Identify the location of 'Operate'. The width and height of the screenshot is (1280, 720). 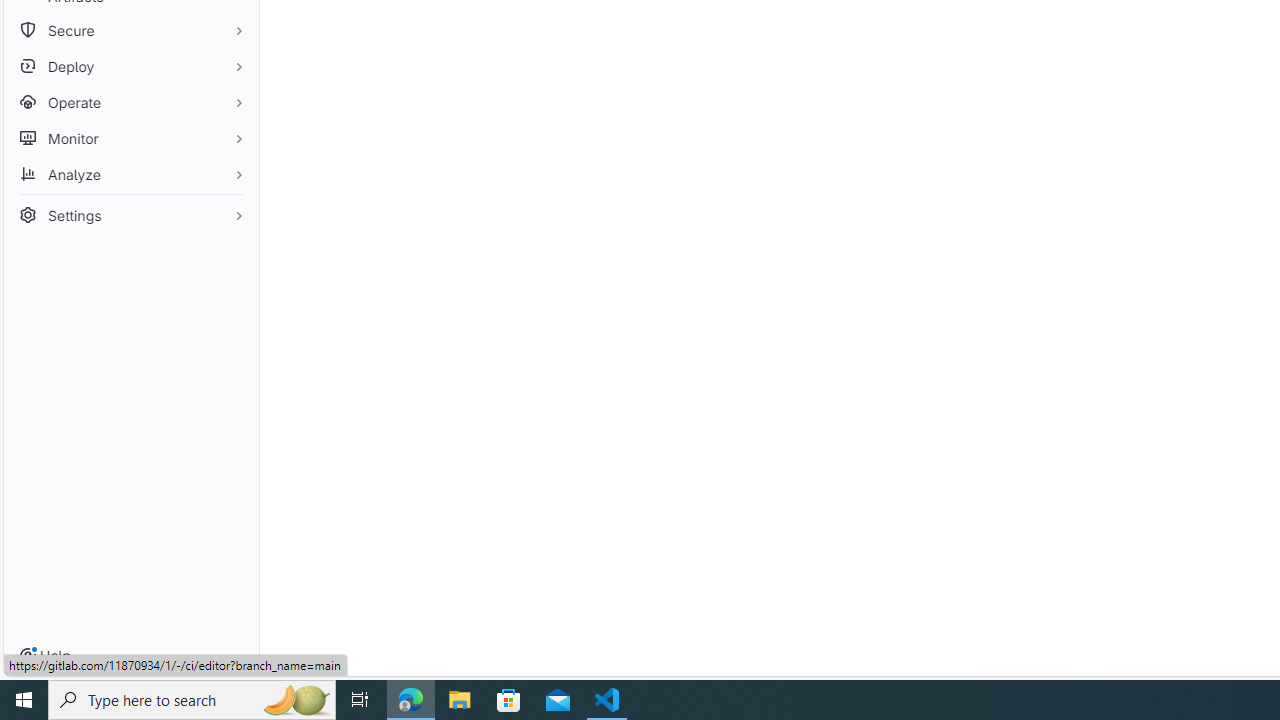
(130, 102).